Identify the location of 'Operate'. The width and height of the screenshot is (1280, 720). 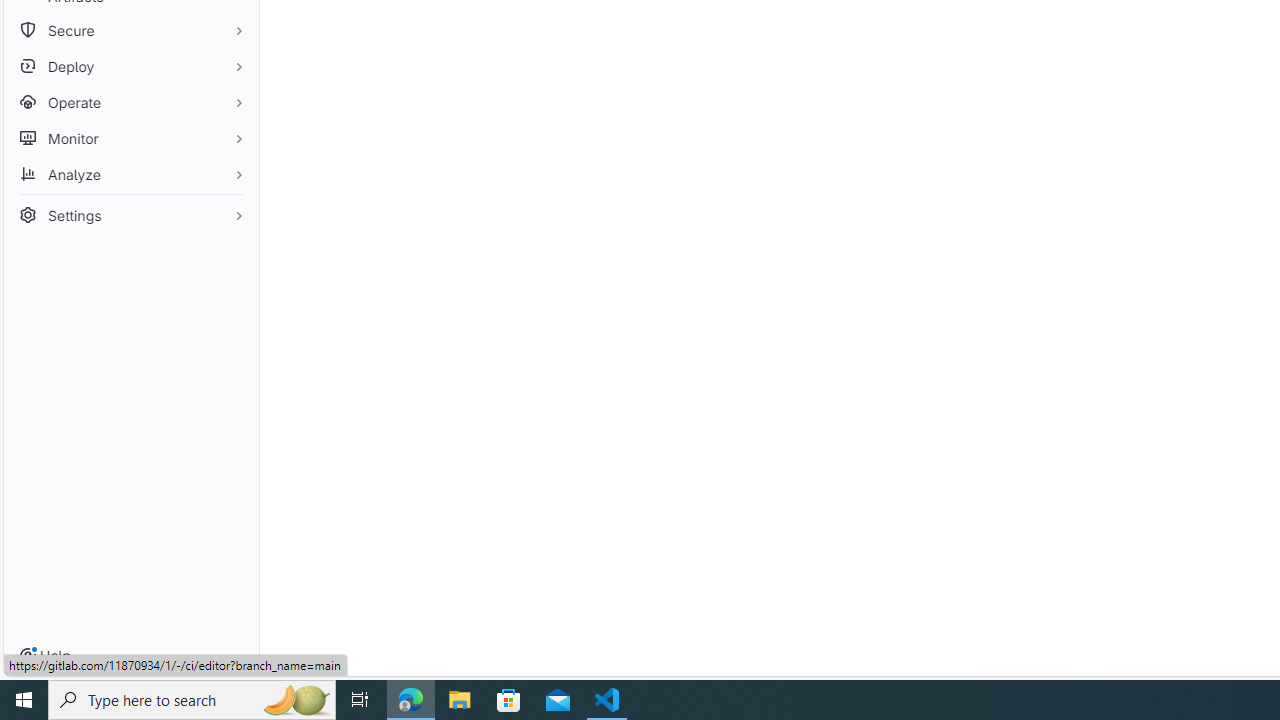
(130, 102).